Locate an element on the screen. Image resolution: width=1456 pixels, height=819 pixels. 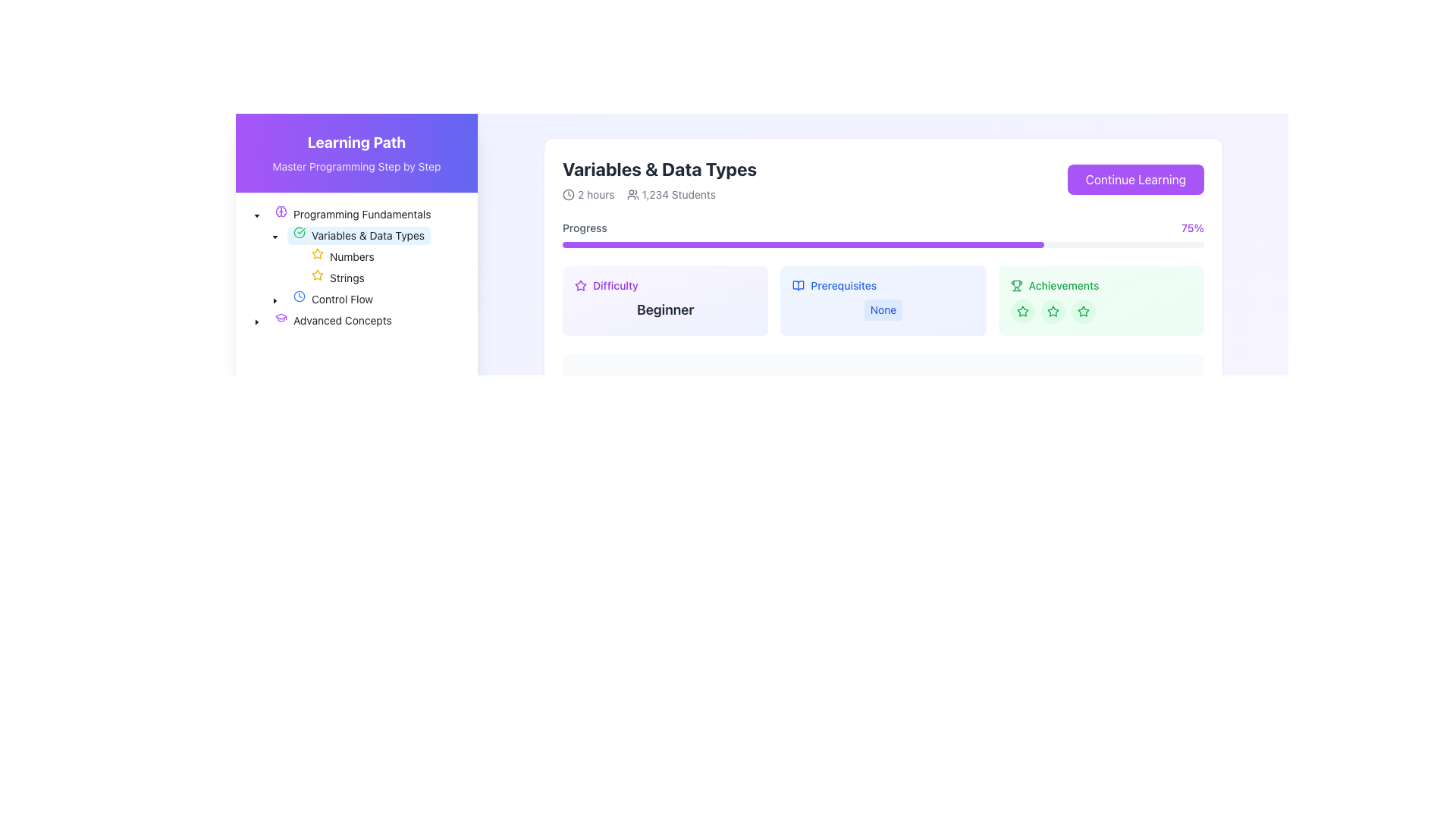
the downward-pointing caret icon next to 'Advanced Concepts' is located at coordinates (257, 321).